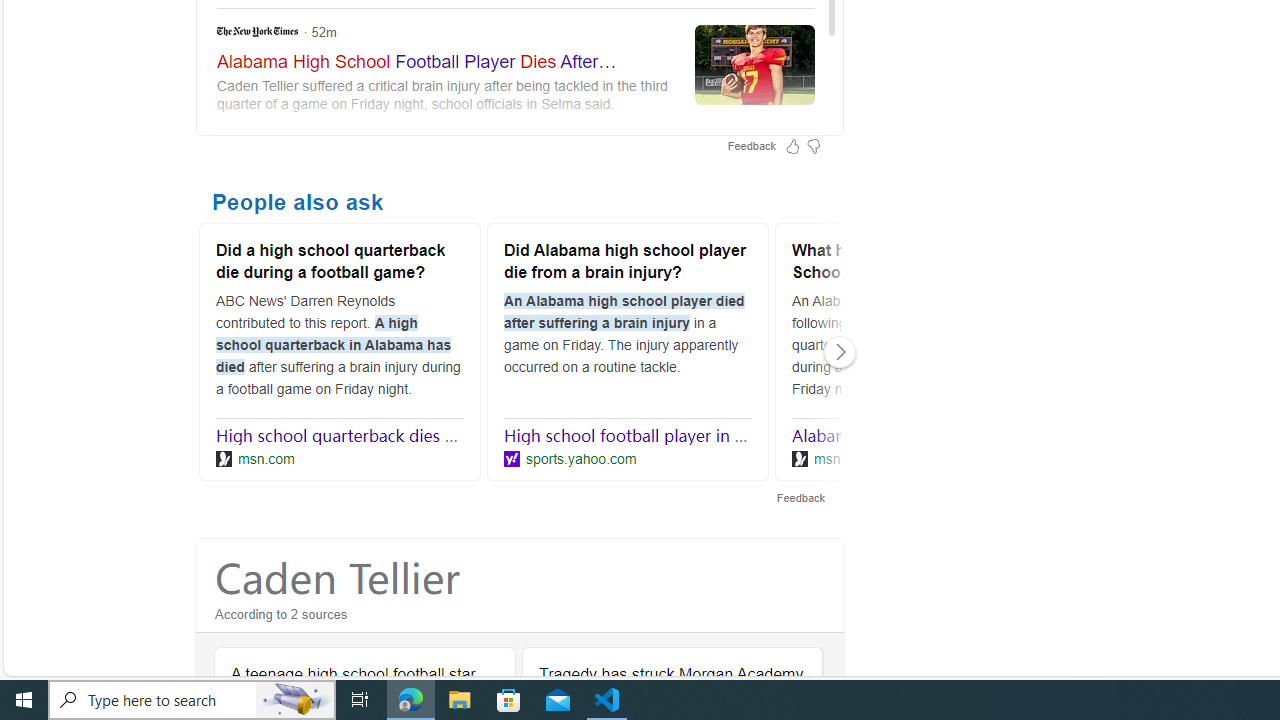 This screenshot has height=720, width=1280. Describe the element at coordinates (791, 145) in the screenshot. I see `'Feedback Like'` at that location.